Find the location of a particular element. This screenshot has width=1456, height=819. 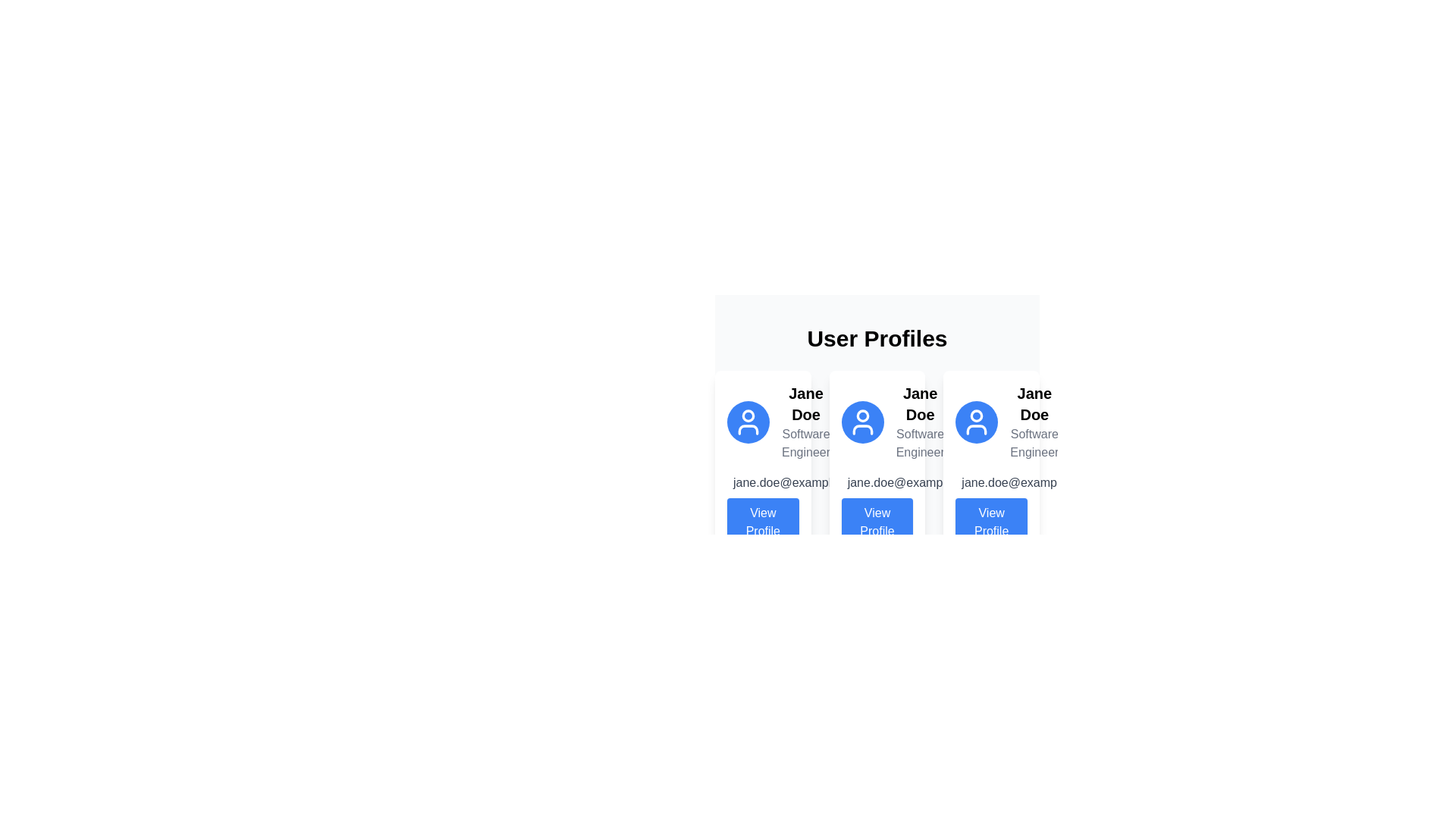

the third user profile icon, which is a white user silhouette on a blue circular background, located at the center-right of the layout is located at coordinates (977, 422).